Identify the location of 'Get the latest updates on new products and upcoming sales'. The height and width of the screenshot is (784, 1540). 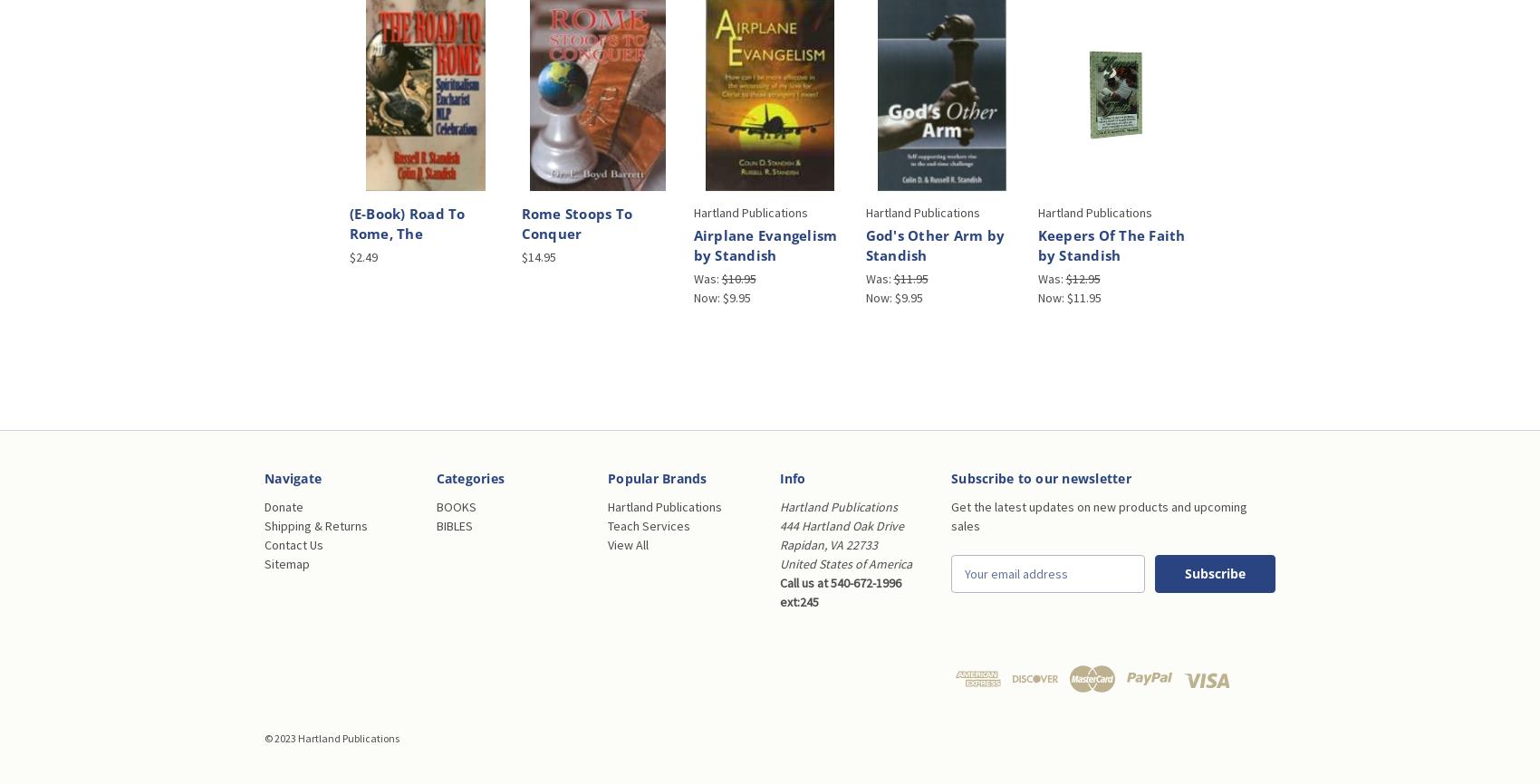
(1098, 515).